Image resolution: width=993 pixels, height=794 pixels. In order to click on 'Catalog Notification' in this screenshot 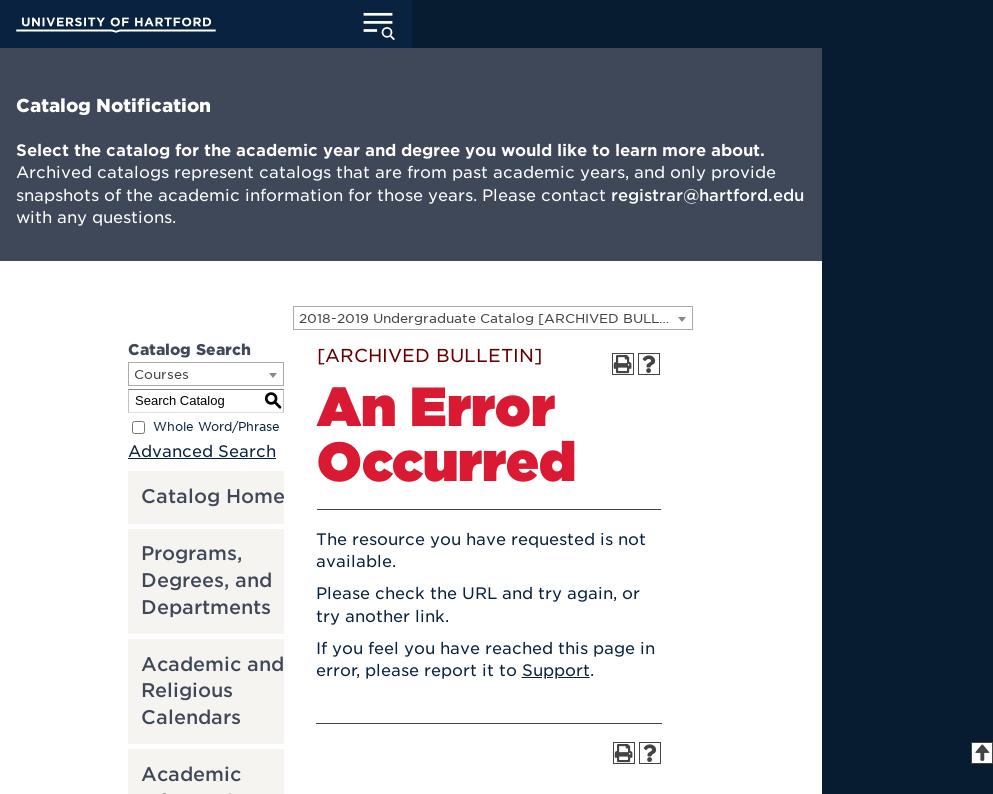, I will do `click(112, 104)`.